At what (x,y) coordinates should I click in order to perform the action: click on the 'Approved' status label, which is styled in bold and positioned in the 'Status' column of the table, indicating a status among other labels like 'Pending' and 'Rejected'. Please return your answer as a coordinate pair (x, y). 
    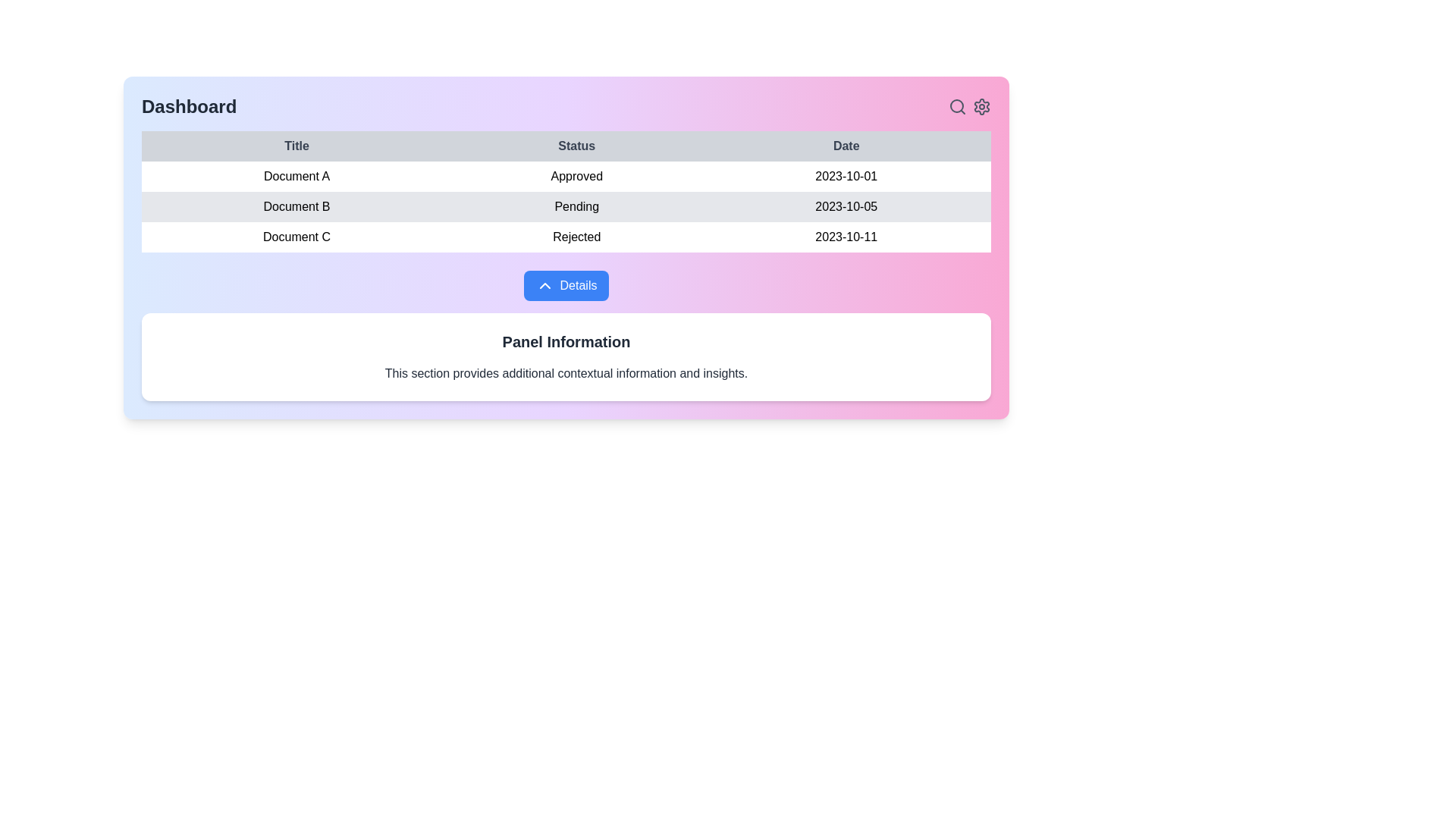
    Looking at the image, I should click on (576, 175).